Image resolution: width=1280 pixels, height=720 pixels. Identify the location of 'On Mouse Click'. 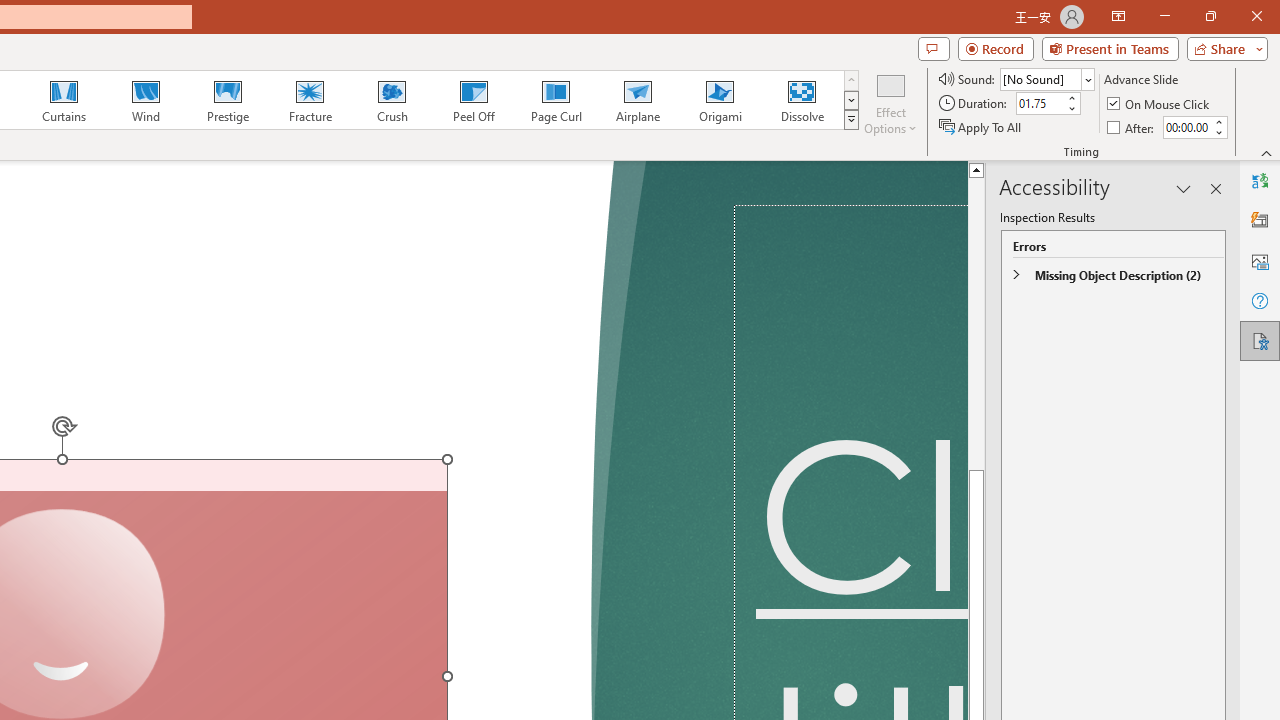
(1159, 103).